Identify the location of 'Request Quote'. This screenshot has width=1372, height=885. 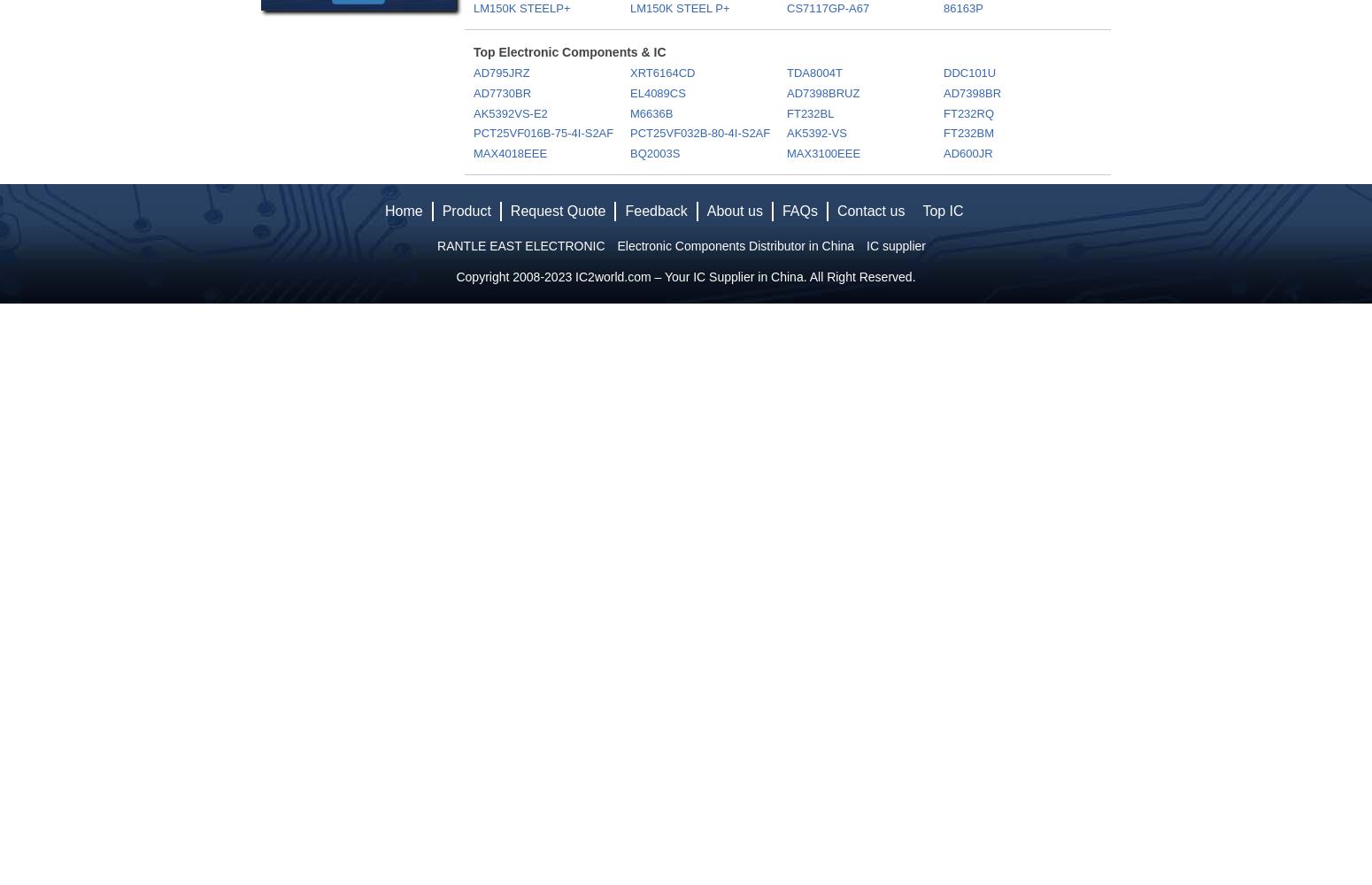
(509, 210).